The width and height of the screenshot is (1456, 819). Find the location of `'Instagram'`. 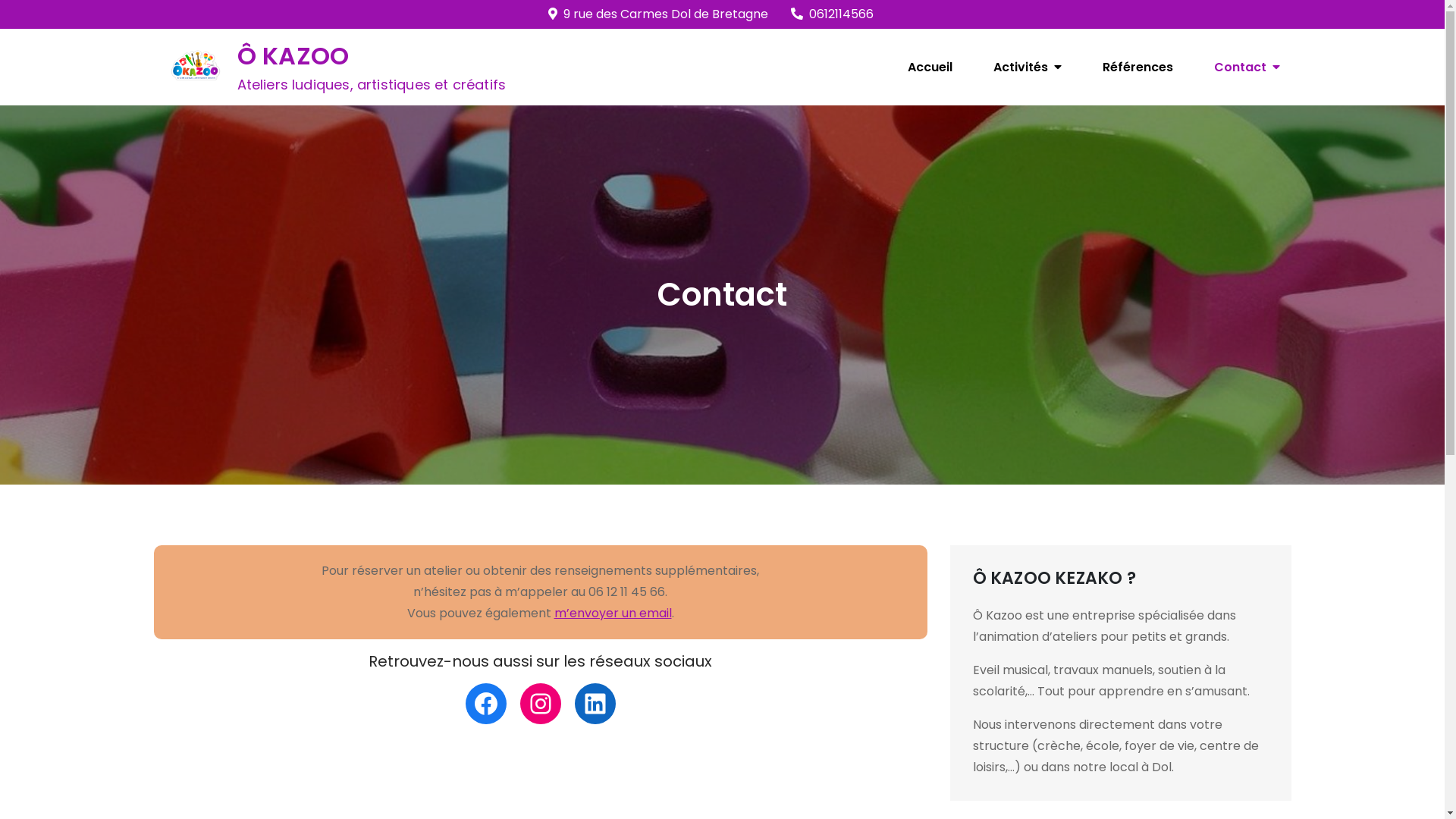

'Instagram' is located at coordinates (541, 704).